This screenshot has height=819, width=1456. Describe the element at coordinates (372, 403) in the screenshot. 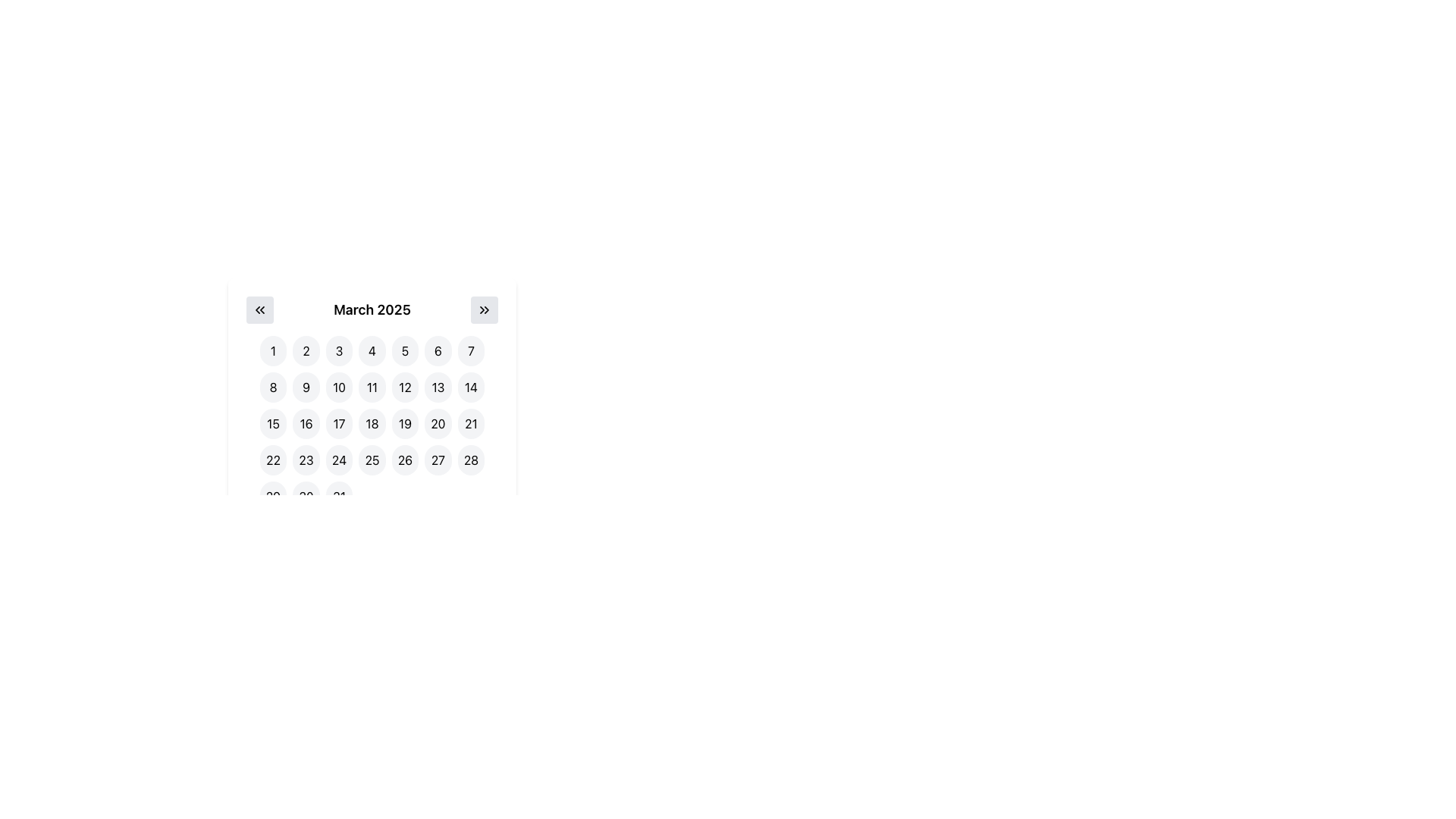

I see `the circular day button in the March 2025 calendar` at that location.